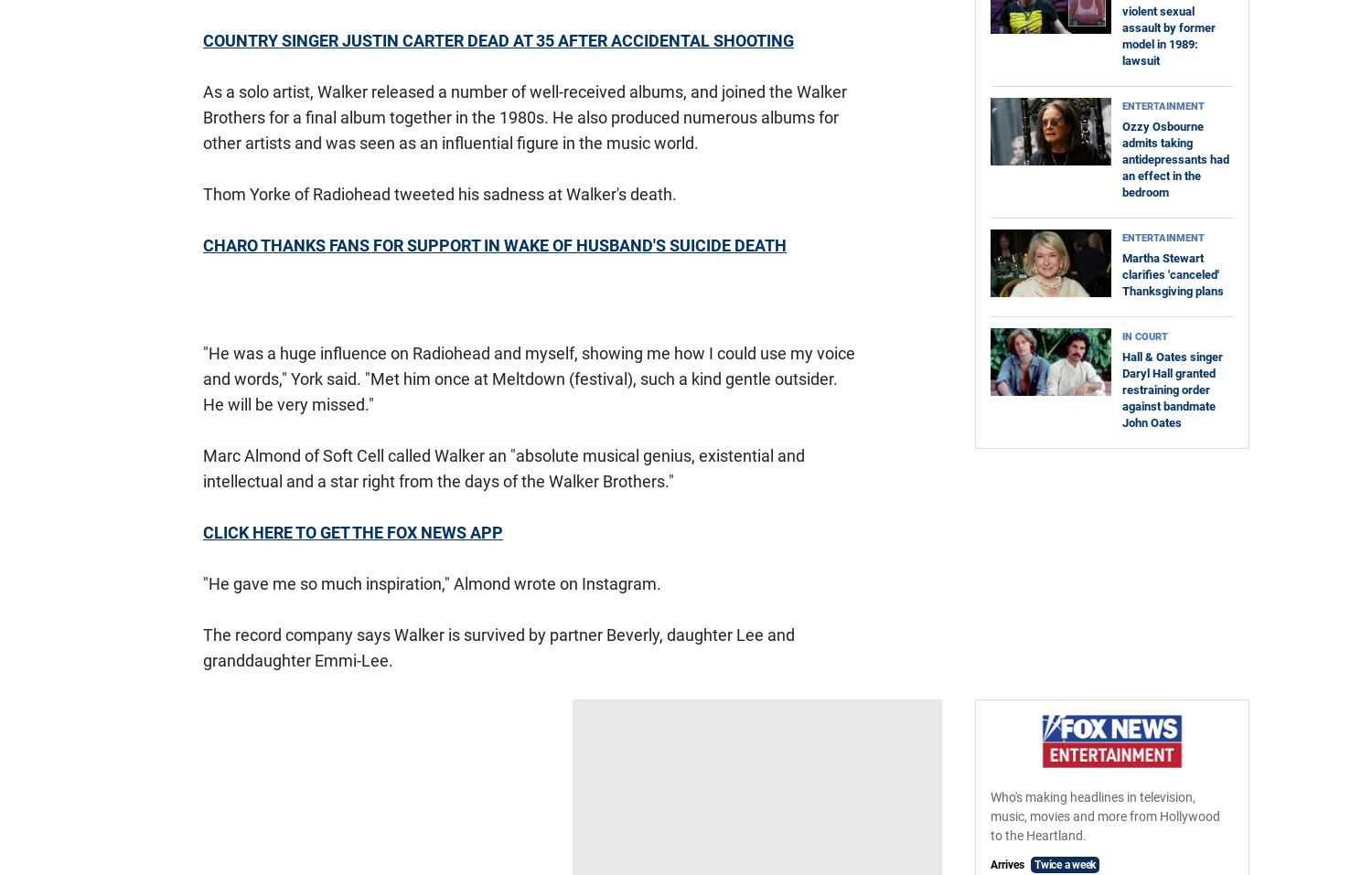  I want to click on '"He was a huge influence on Radiohead and myself, showing me how I could use my voice and words," York said. "Met him once at Meltdown (festival), such a kind gentle outsider. He will be very missed."', so click(528, 378).